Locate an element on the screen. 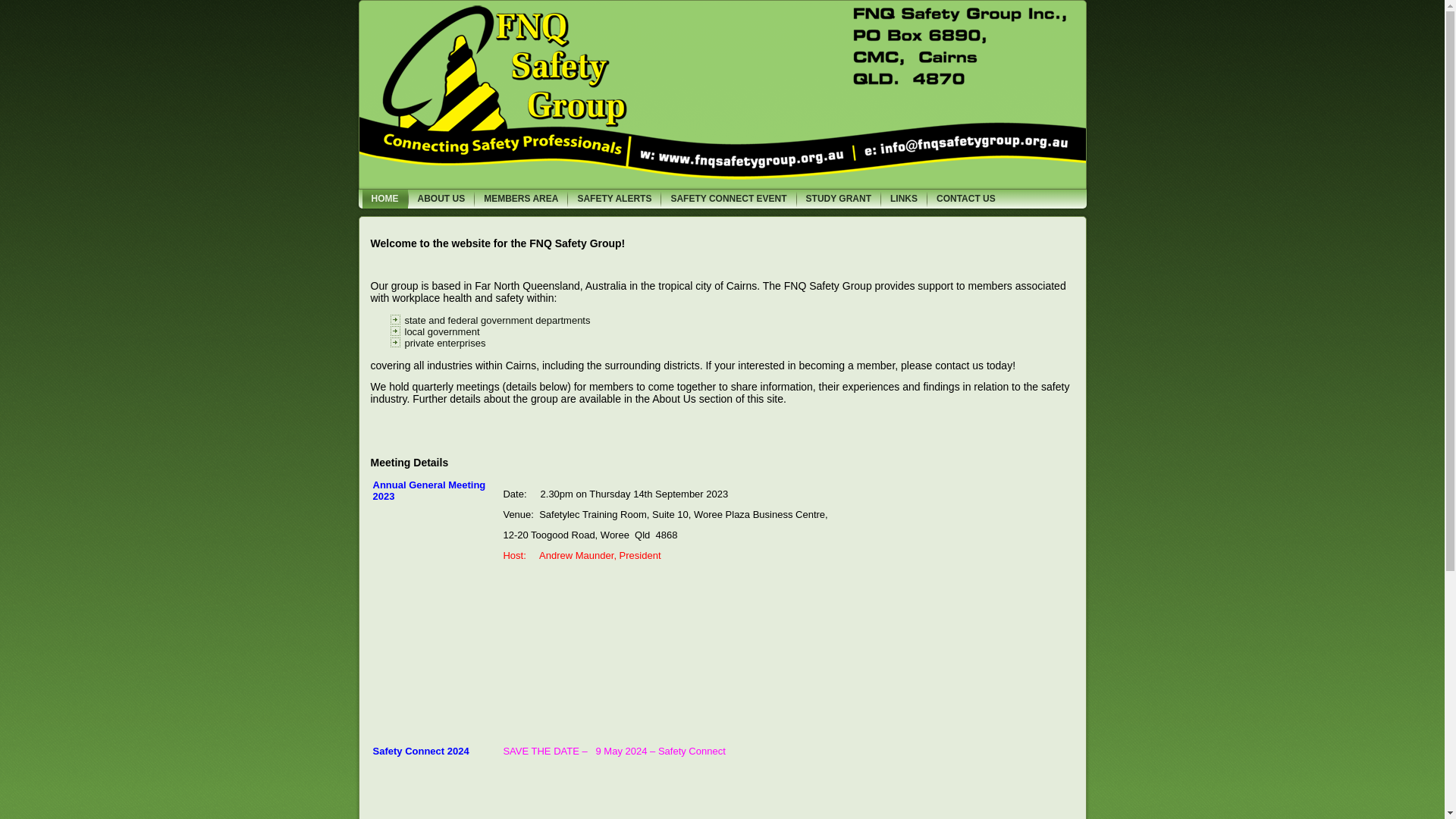 Image resolution: width=1456 pixels, height=819 pixels. 'CONTACT US' is located at coordinates (965, 198).